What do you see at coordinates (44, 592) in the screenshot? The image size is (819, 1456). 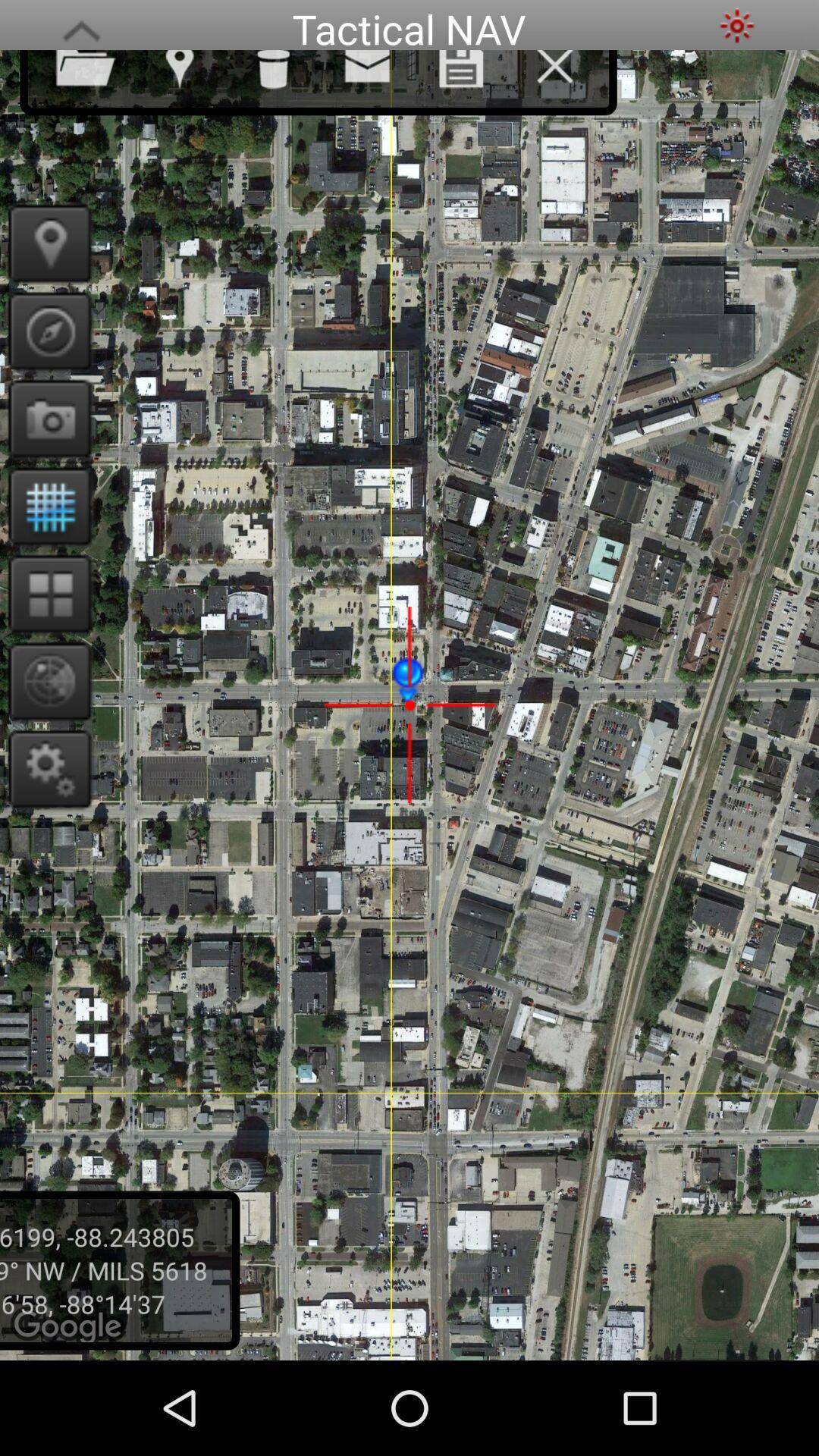 I see `open new apps` at bounding box center [44, 592].